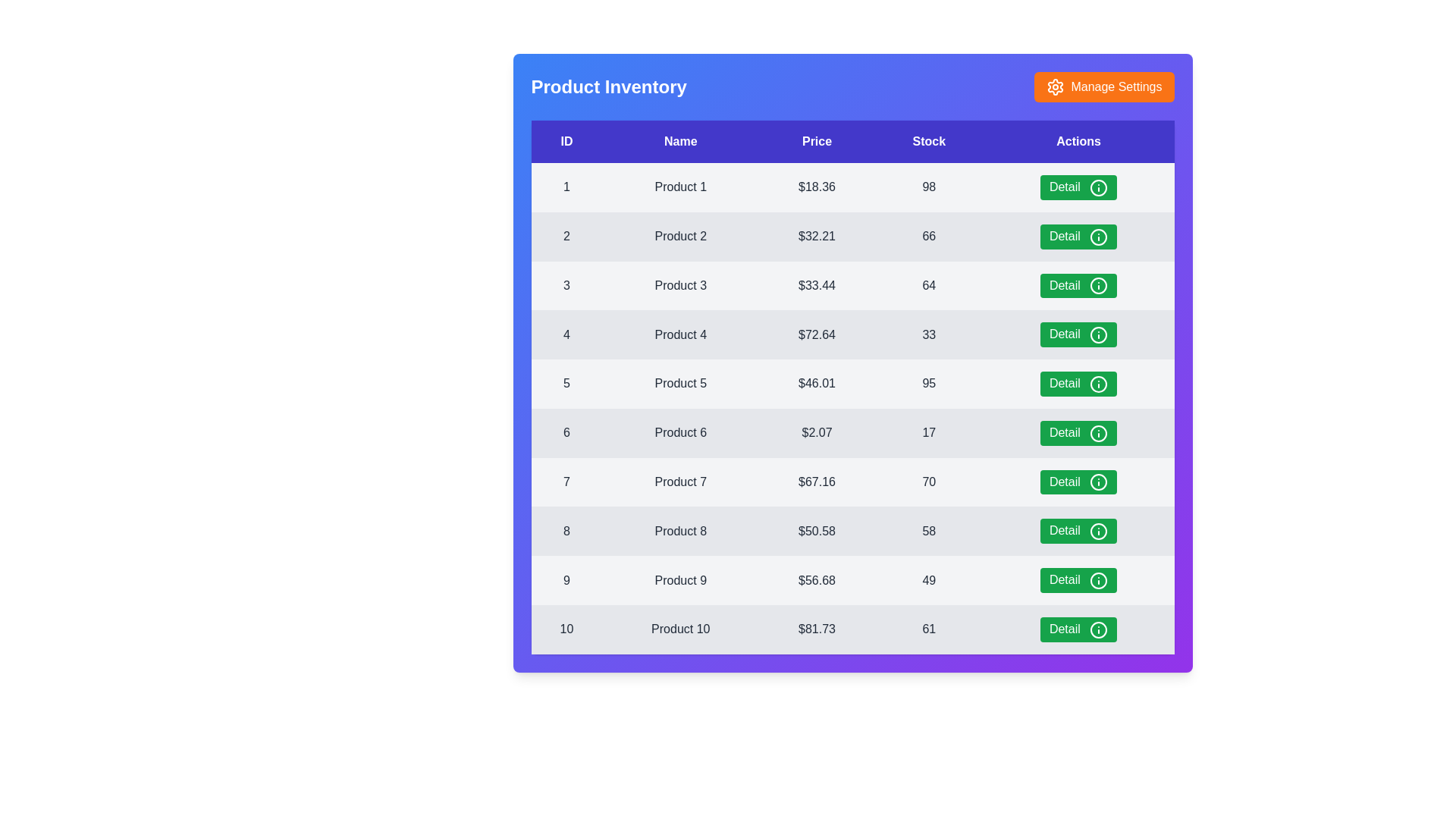 This screenshot has height=819, width=1456. What do you see at coordinates (679, 141) in the screenshot?
I see `the table header Name to sort the table by that column` at bounding box center [679, 141].